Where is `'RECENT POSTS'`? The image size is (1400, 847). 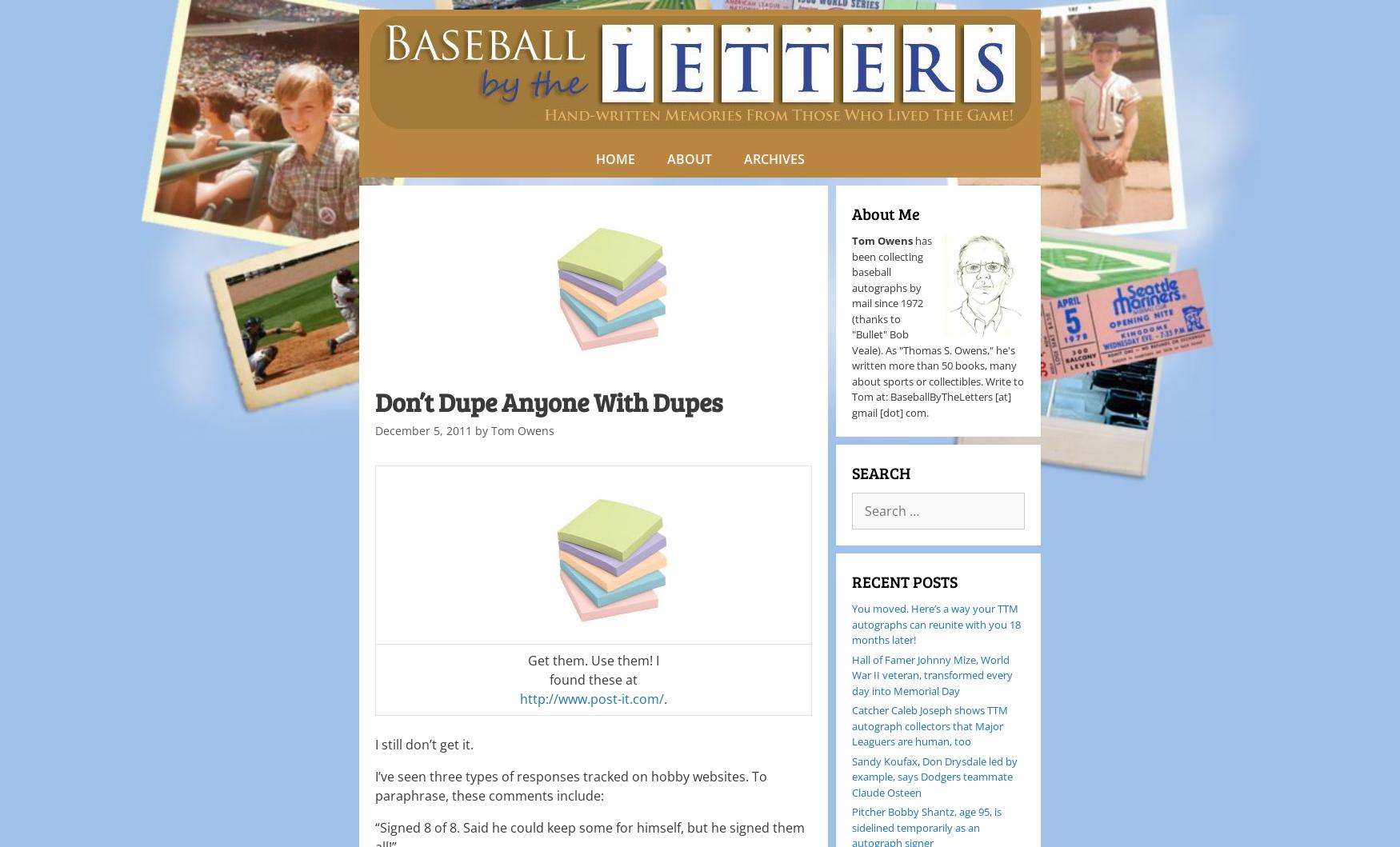
'RECENT POSTS' is located at coordinates (904, 581).